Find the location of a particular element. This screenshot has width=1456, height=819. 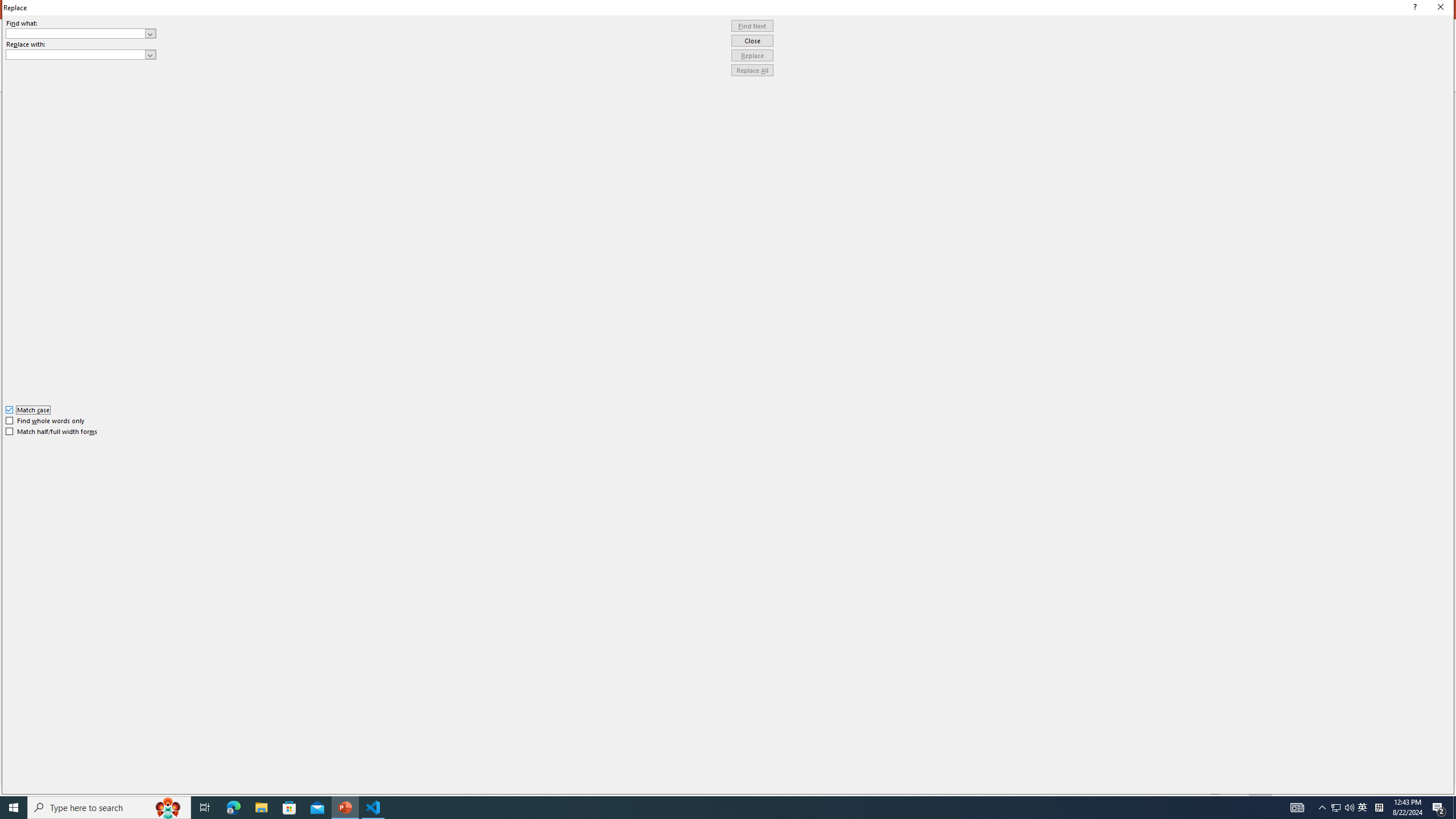

'Match half/full width forms' is located at coordinates (52, 431).